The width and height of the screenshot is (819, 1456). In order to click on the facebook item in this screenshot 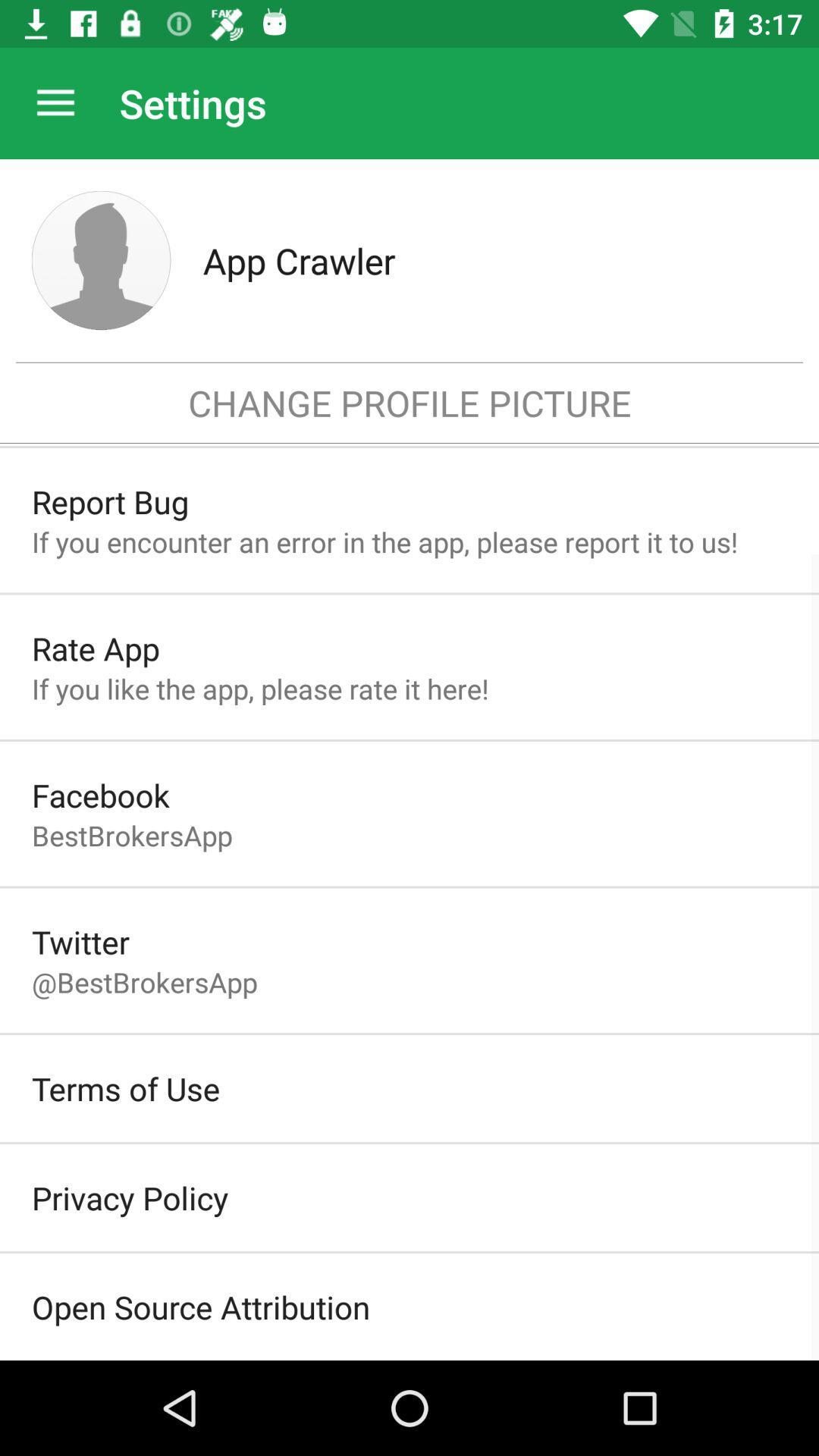, I will do `click(100, 794)`.